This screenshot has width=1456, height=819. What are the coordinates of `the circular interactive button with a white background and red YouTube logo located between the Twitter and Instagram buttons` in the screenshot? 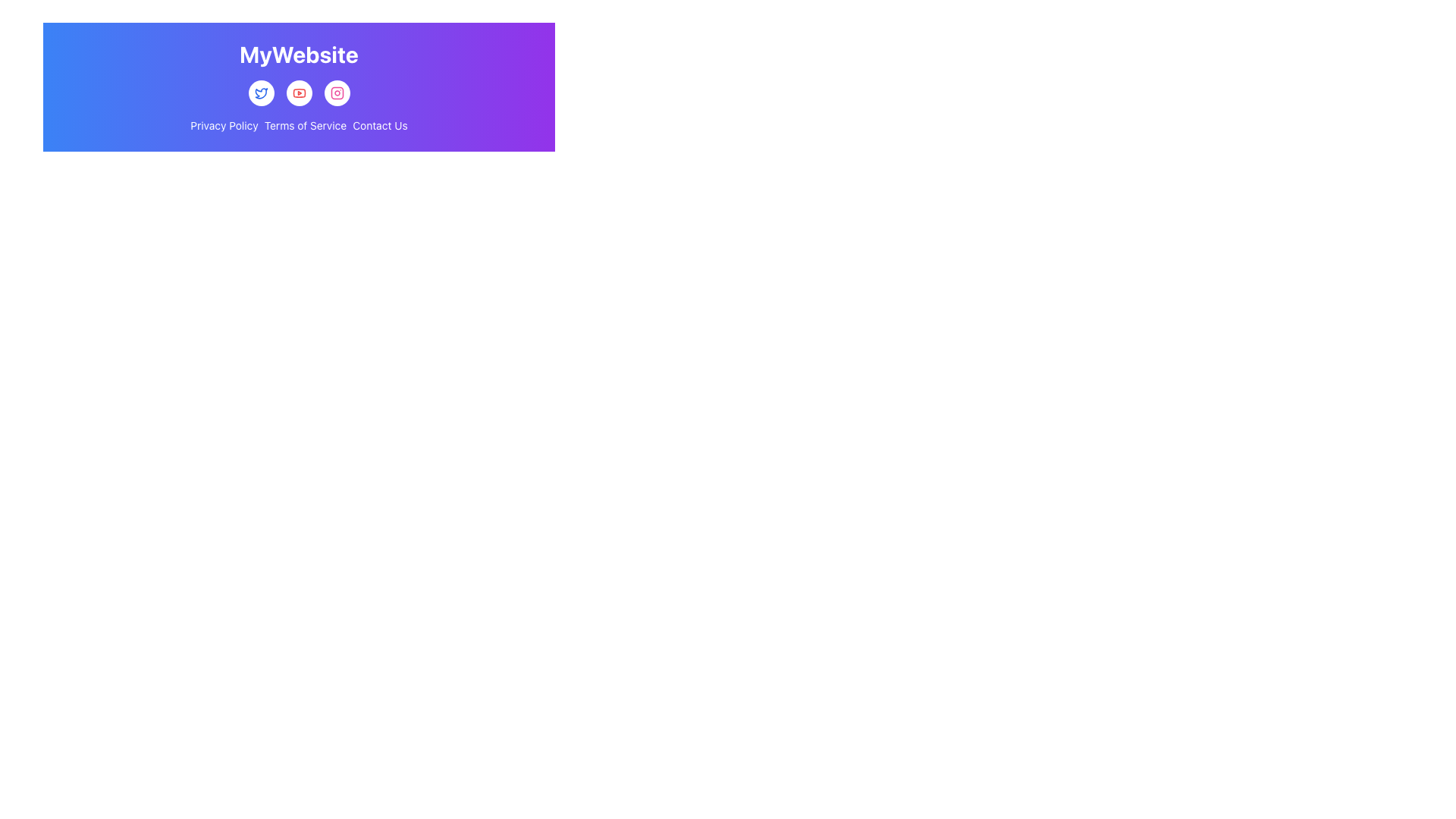 It's located at (299, 93).